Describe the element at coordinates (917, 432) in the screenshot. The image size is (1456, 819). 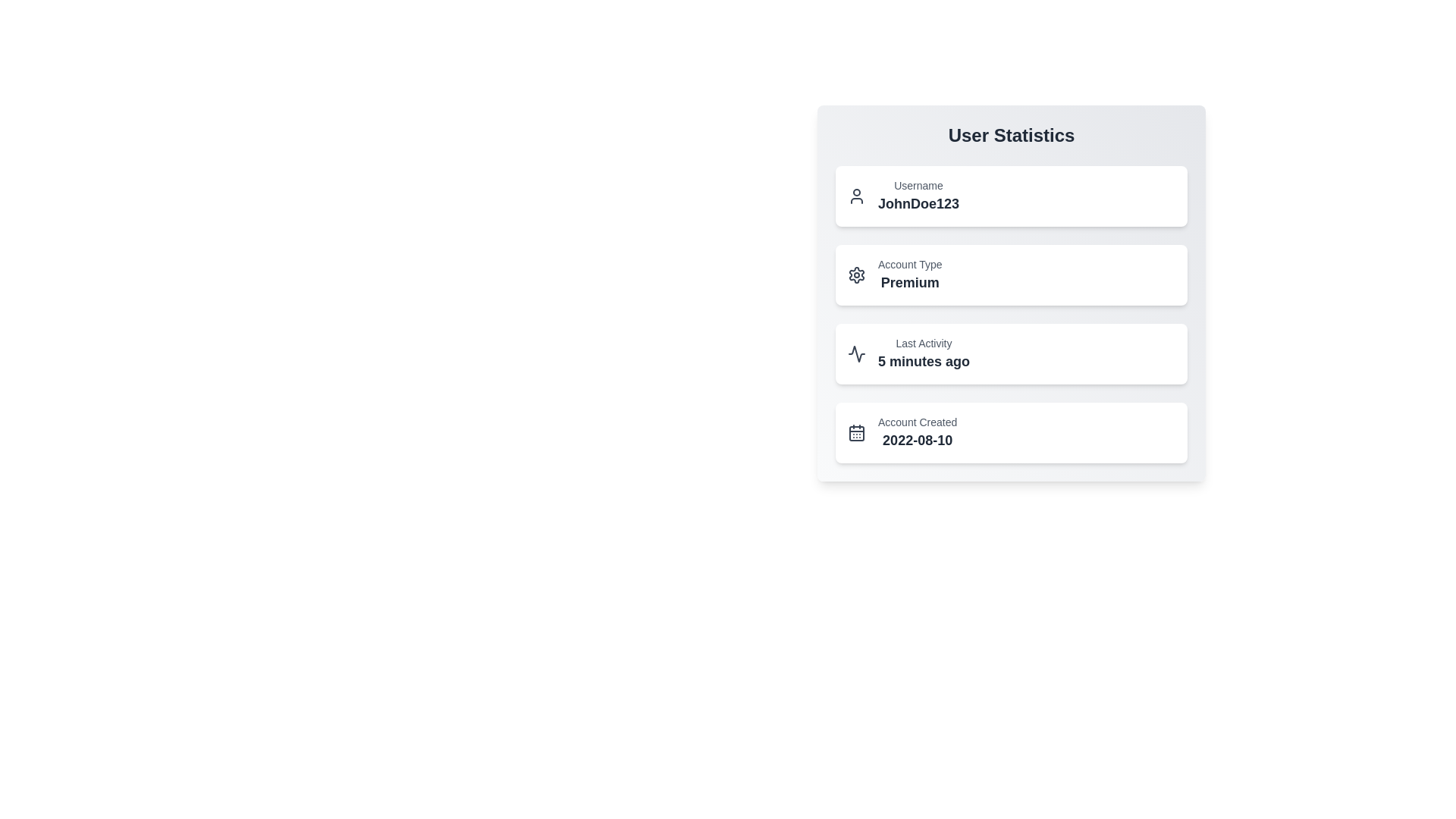
I see `the label displaying the account creation date '2022-08-10' located below the 'Last Activity' element in the user statistics panel` at that location.